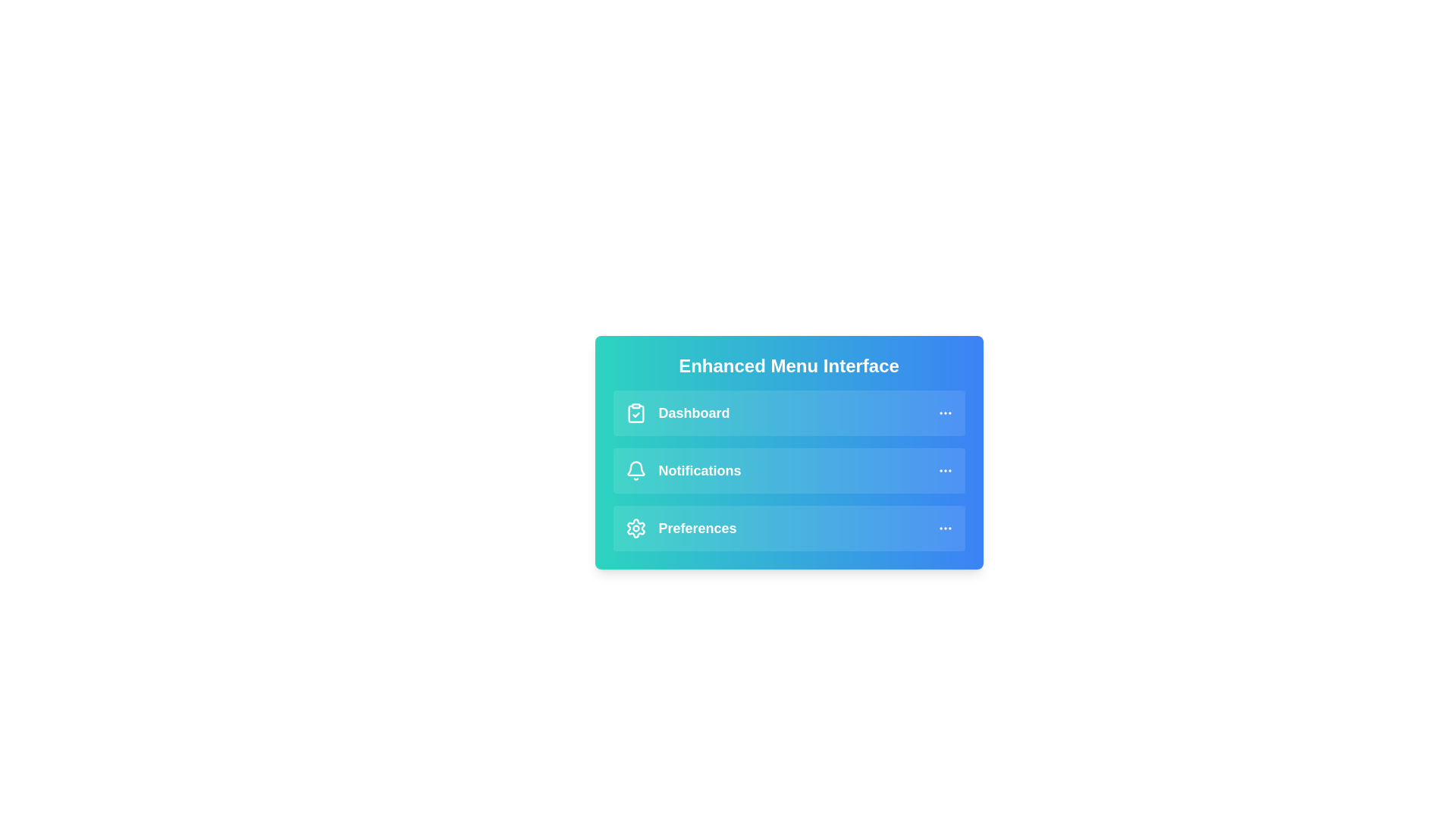  What do you see at coordinates (789, 528) in the screenshot?
I see `the 'Preferences' button located at the bottom of the Enhanced Menu Interface` at bounding box center [789, 528].